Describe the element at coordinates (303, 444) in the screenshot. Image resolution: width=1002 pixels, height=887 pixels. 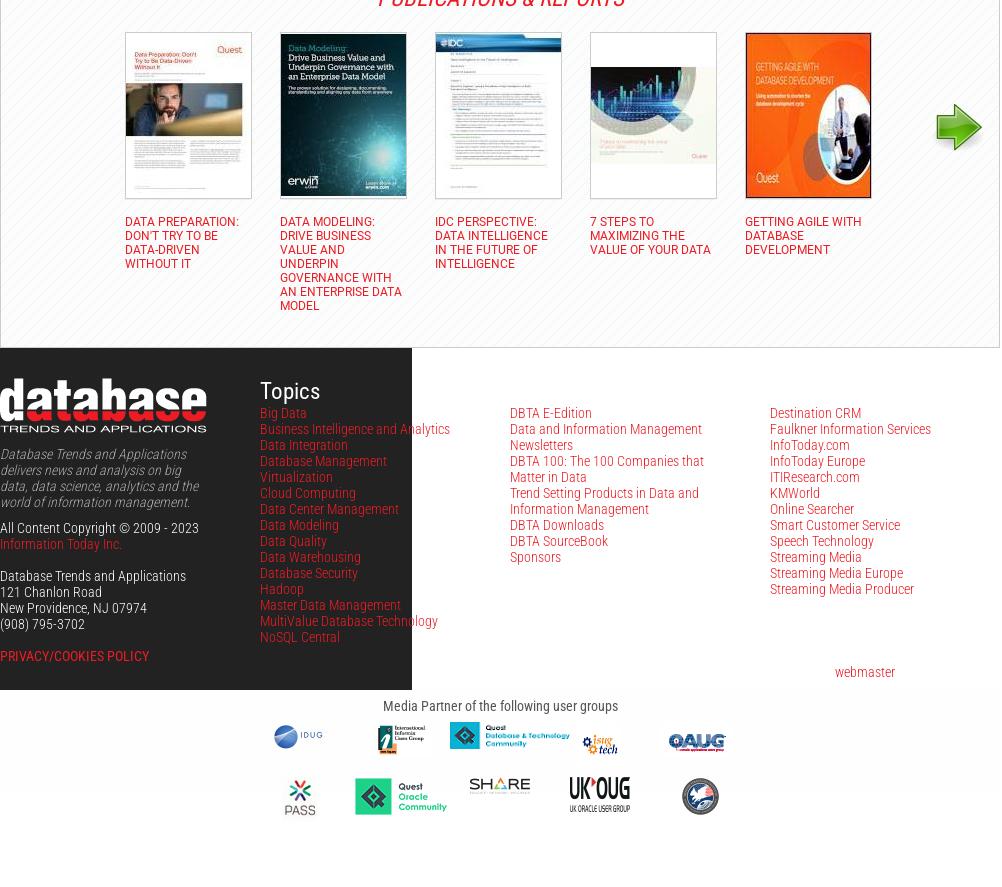
I see `'Data Integration'` at that location.